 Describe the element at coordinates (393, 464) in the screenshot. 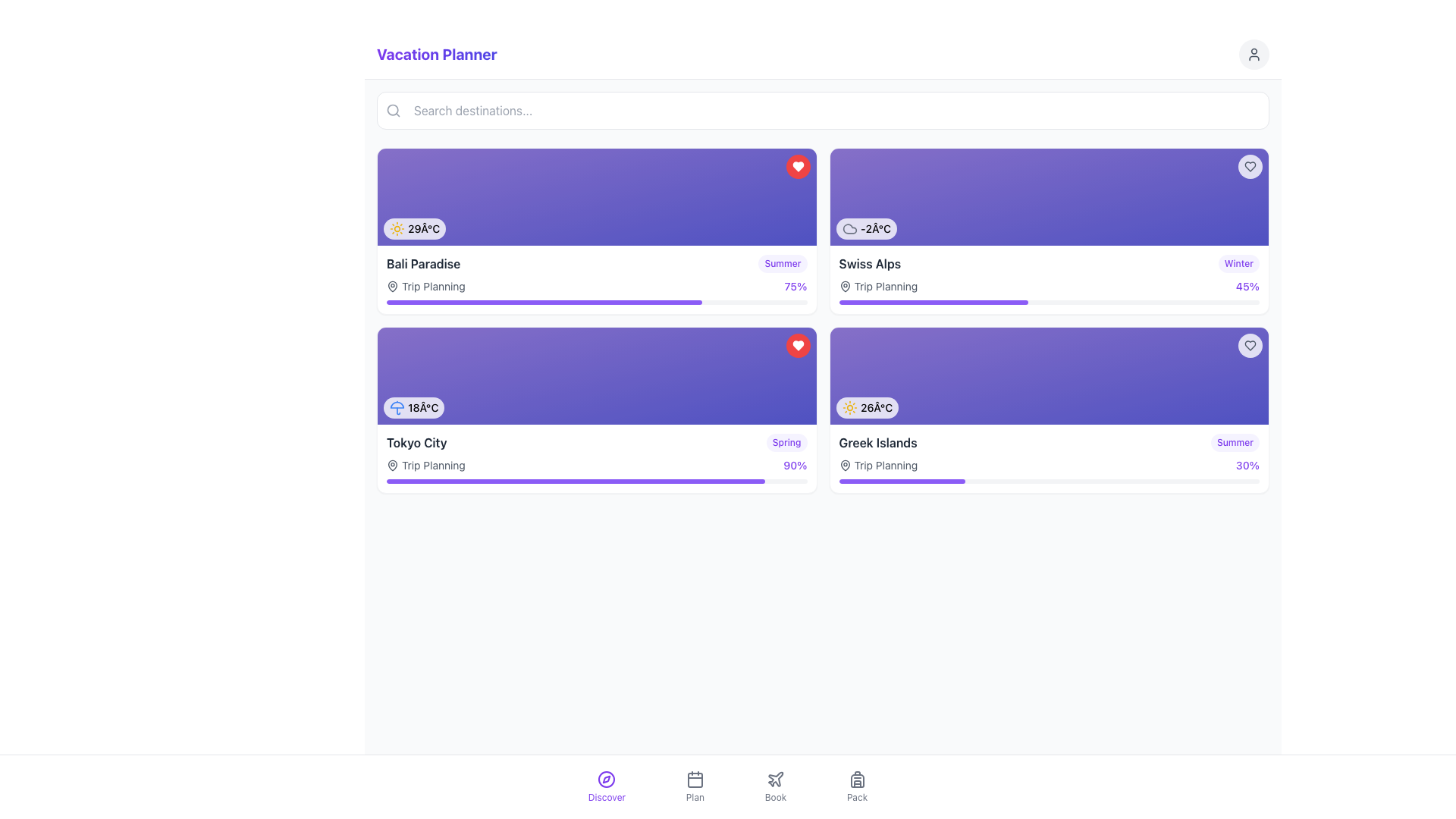

I see `the geographical marker icon located below the 'Trip Planning' text in the 'Tokyo City' card, adjacent to the progress bar and weather icon` at that location.